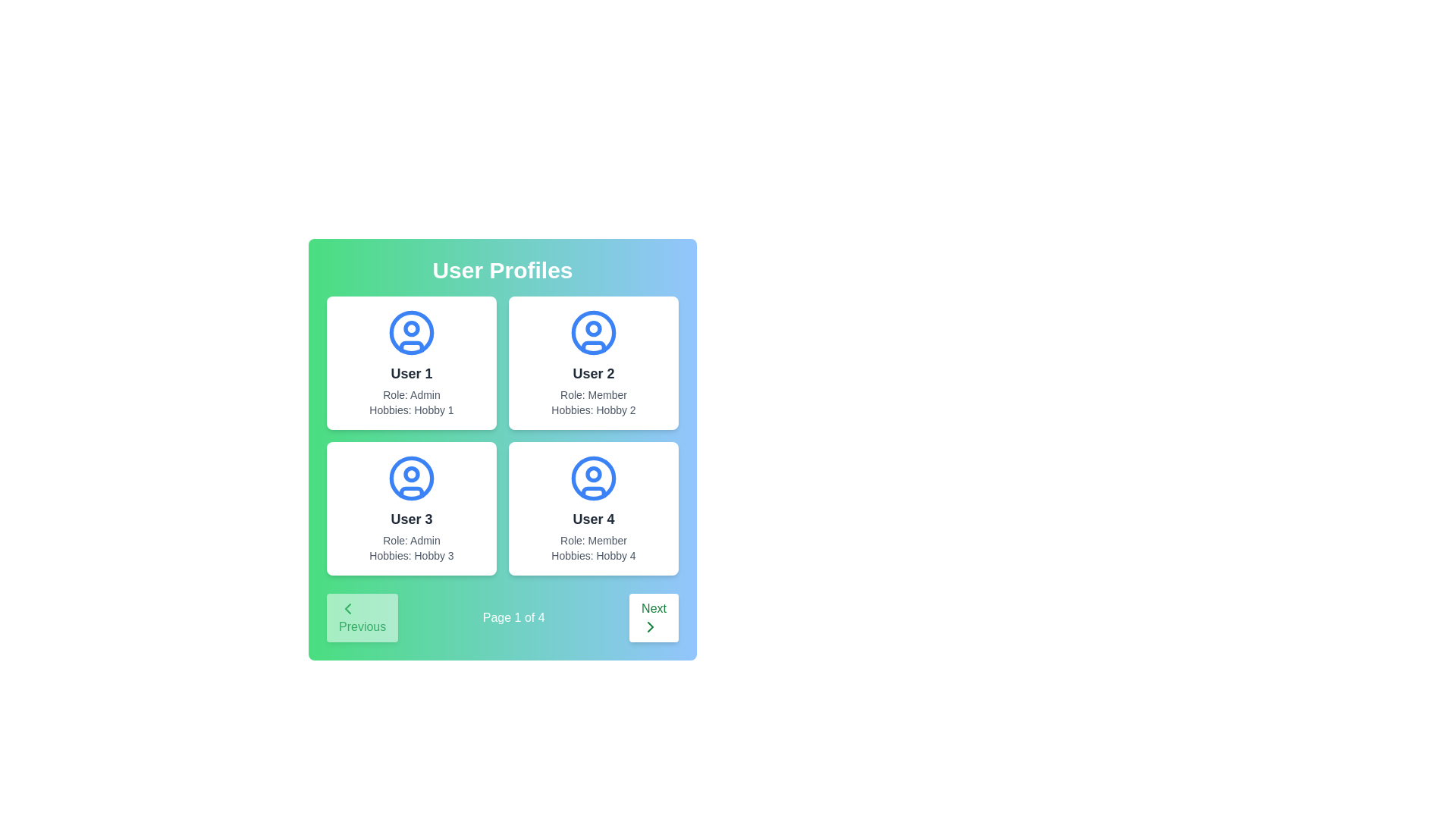  Describe the element at coordinates (592, 394) in the screenshot. I see `text label displaying the role of 'User 2' located in the User 2 profile card, positioned below the 'User 2' heading and above the 'Hobbies: Hobby 2' text` at that location.